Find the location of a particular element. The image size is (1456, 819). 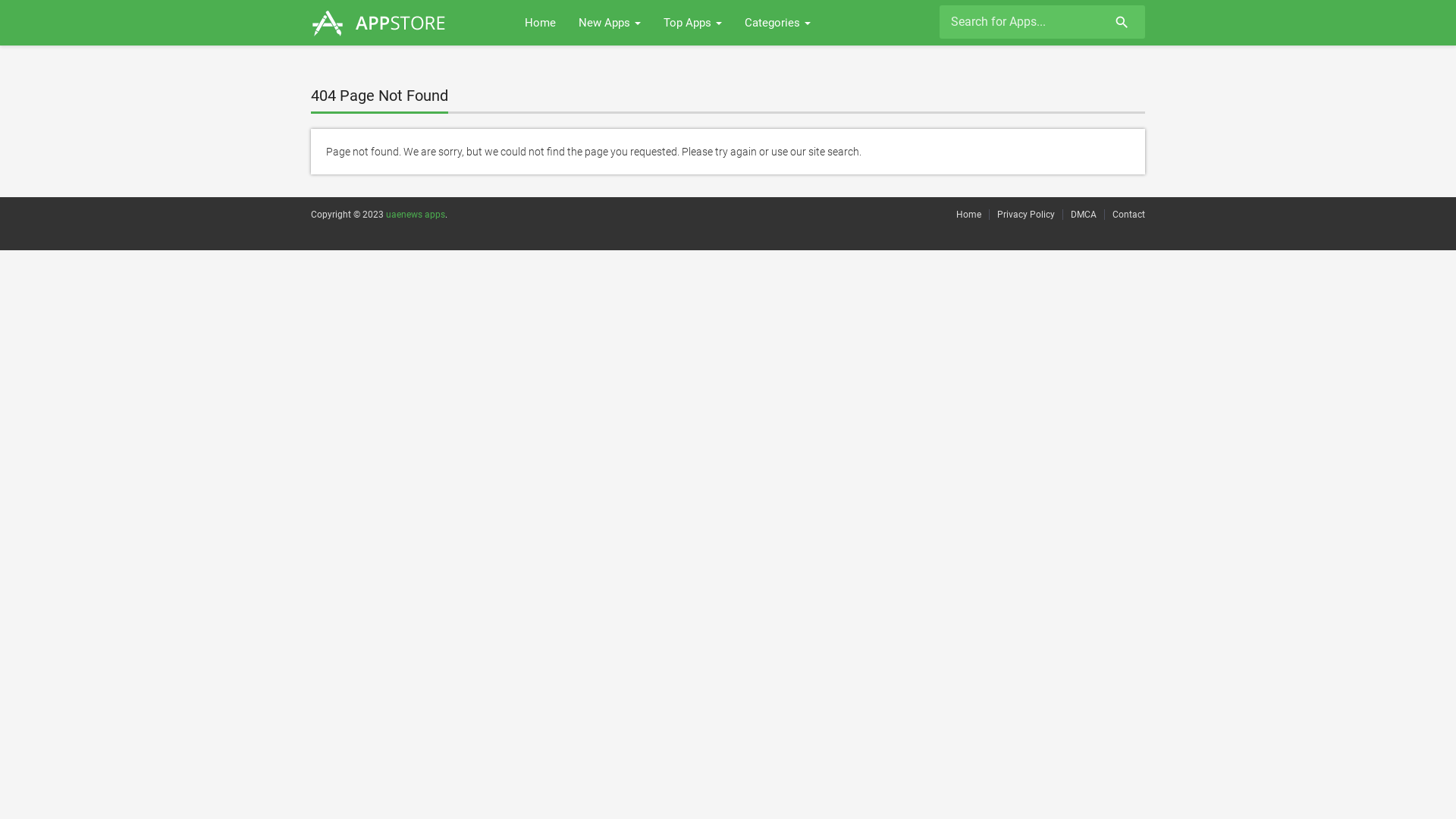

'DMCA' is located at coordinates (1083, 214).